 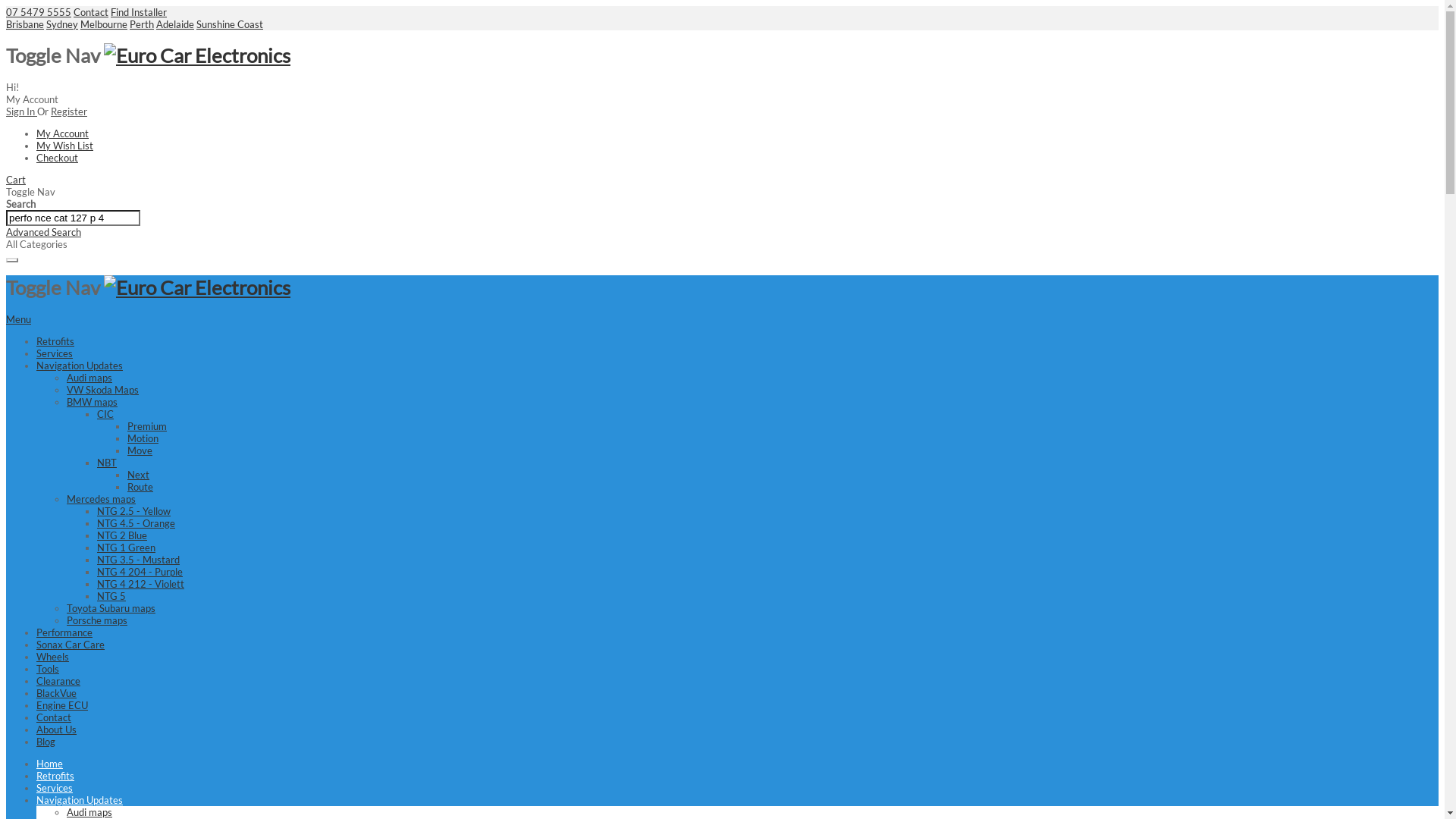 What do you see at coordinates (61, 24) in the screenshot?
I see `'Sydney'` at bounding box center [61, 24].